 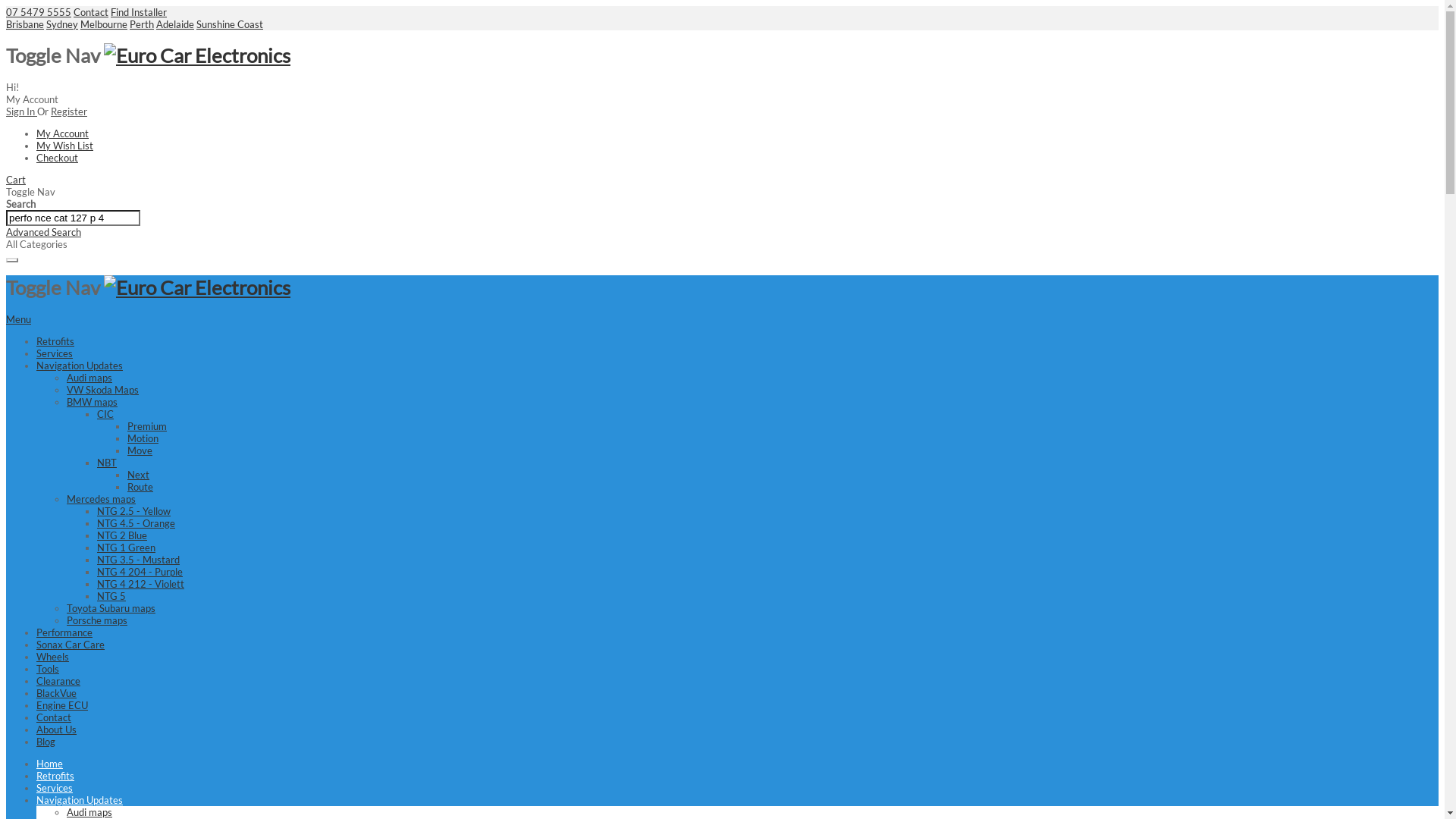 What do you see at coordinates (61, 24) in the screenshot?
I see `'Sydney'` at bounding box center [61, 24].